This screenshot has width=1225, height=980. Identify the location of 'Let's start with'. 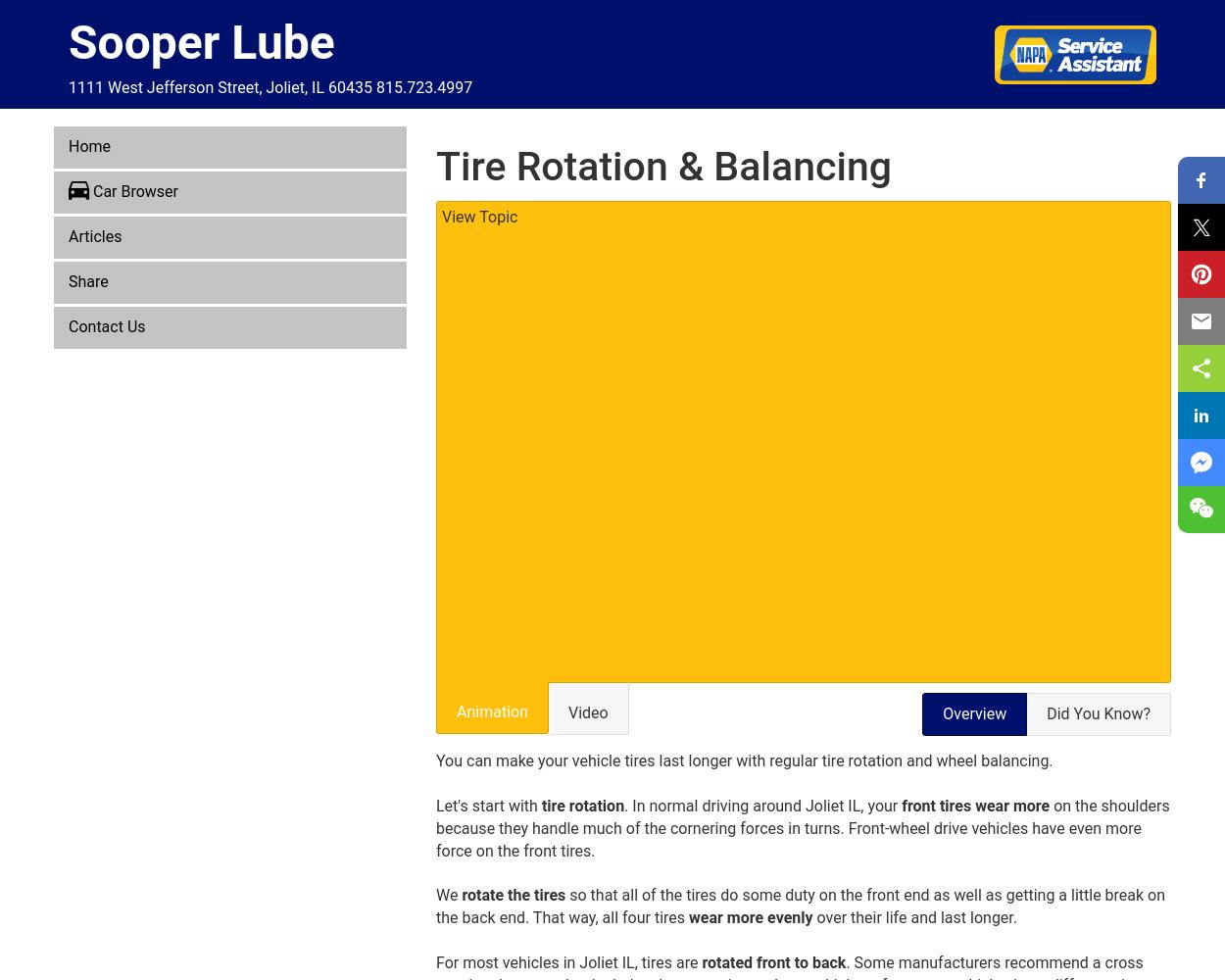
(435, 805).